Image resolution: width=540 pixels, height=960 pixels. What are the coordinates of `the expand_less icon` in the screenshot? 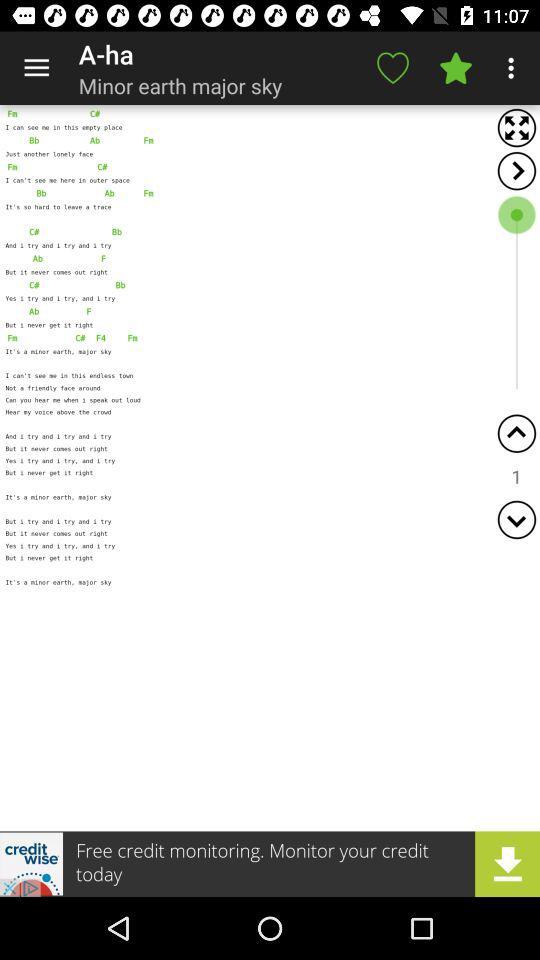 It's located at (516, 433).